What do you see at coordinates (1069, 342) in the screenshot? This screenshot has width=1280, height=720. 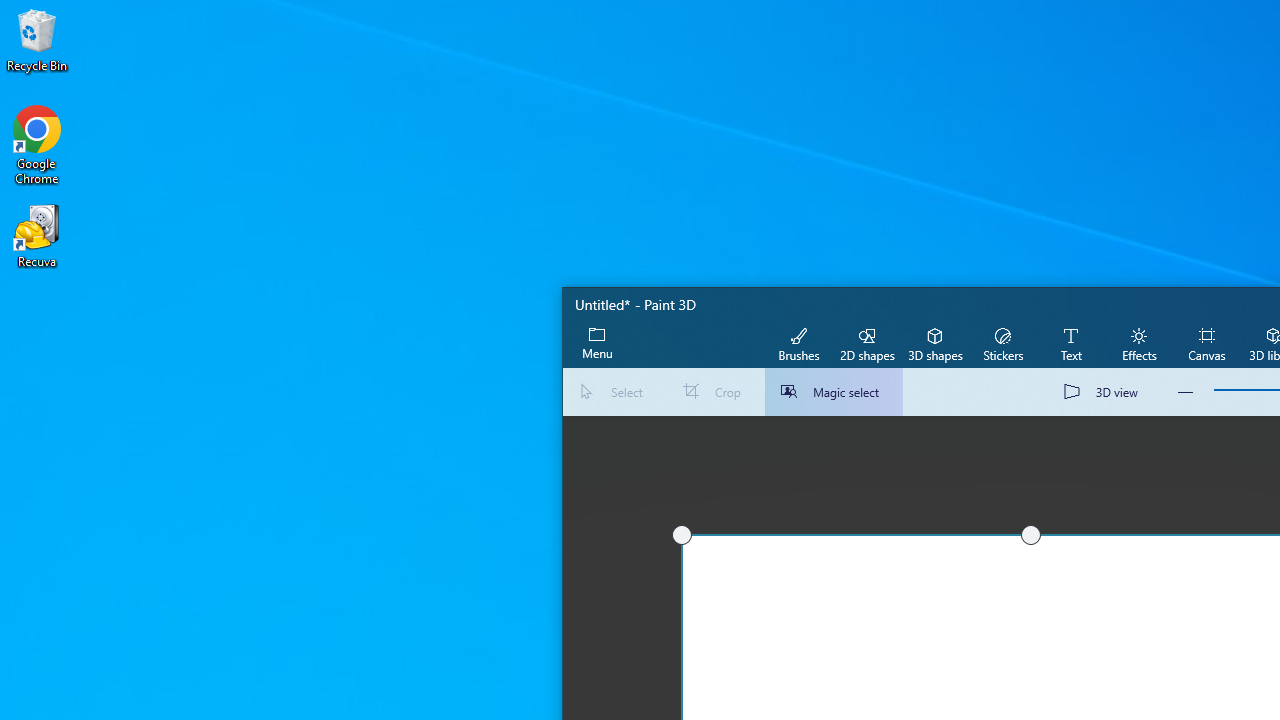 I see `'Text'` at bounding box center [1069, 342].